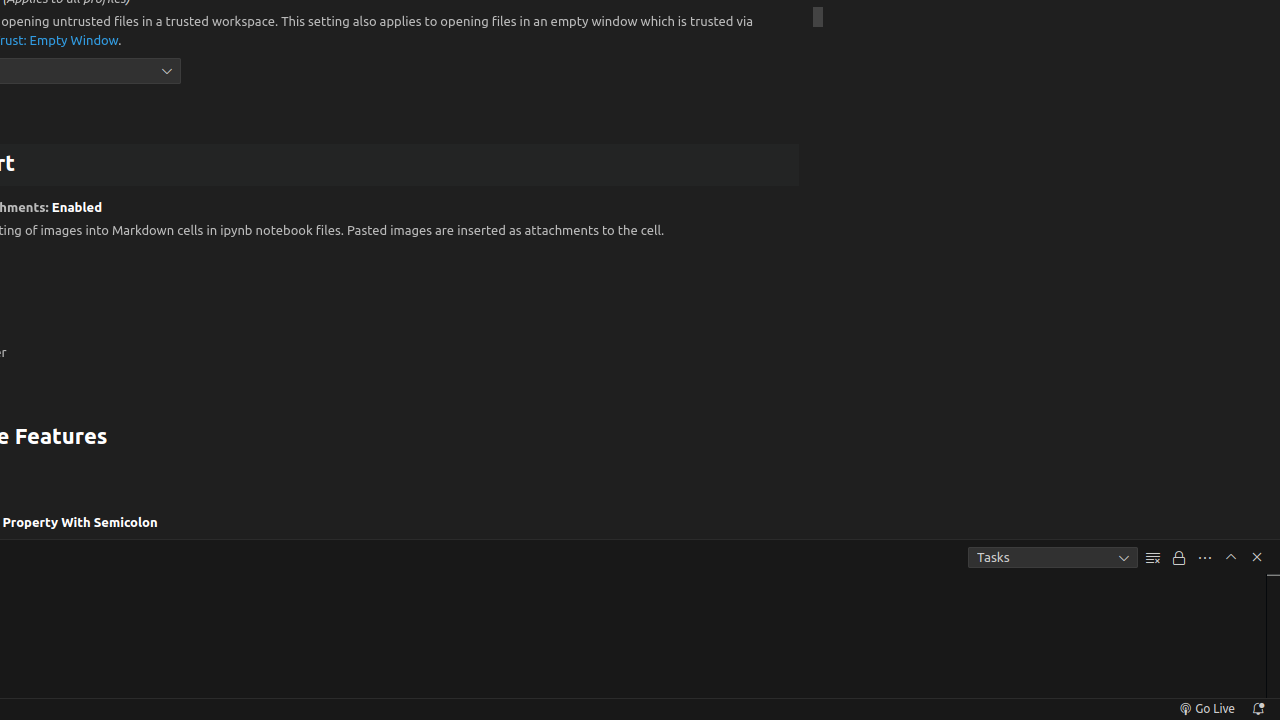  I want to click on 'Turn Auto Scrolling Off', so click(1179, 557).